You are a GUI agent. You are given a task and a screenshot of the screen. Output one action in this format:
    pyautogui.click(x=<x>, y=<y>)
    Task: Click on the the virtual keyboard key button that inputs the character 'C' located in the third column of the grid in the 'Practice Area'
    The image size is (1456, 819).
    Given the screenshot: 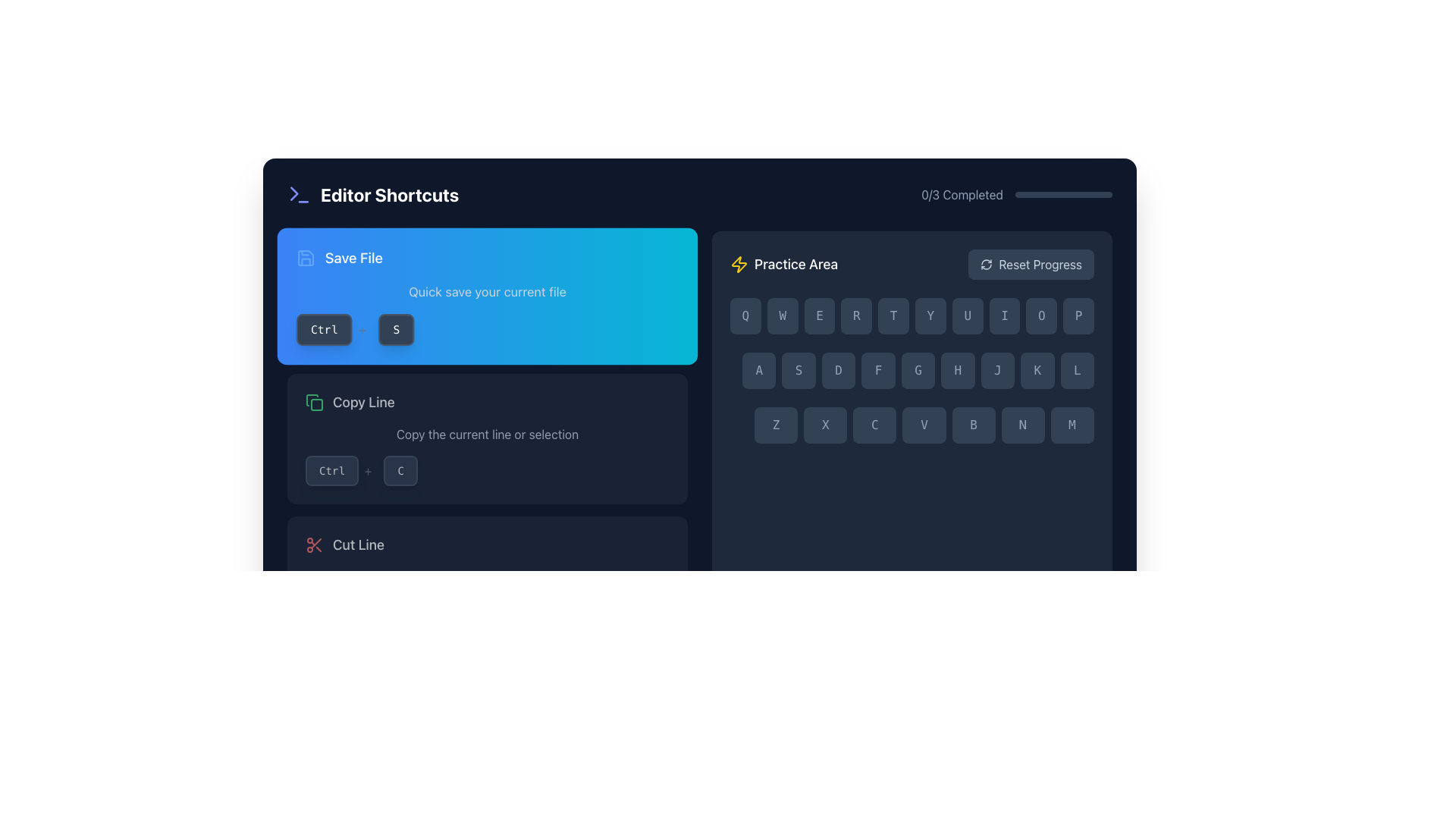 What is the action you would take?
    pyautogui.click(x=874, y=425)
    